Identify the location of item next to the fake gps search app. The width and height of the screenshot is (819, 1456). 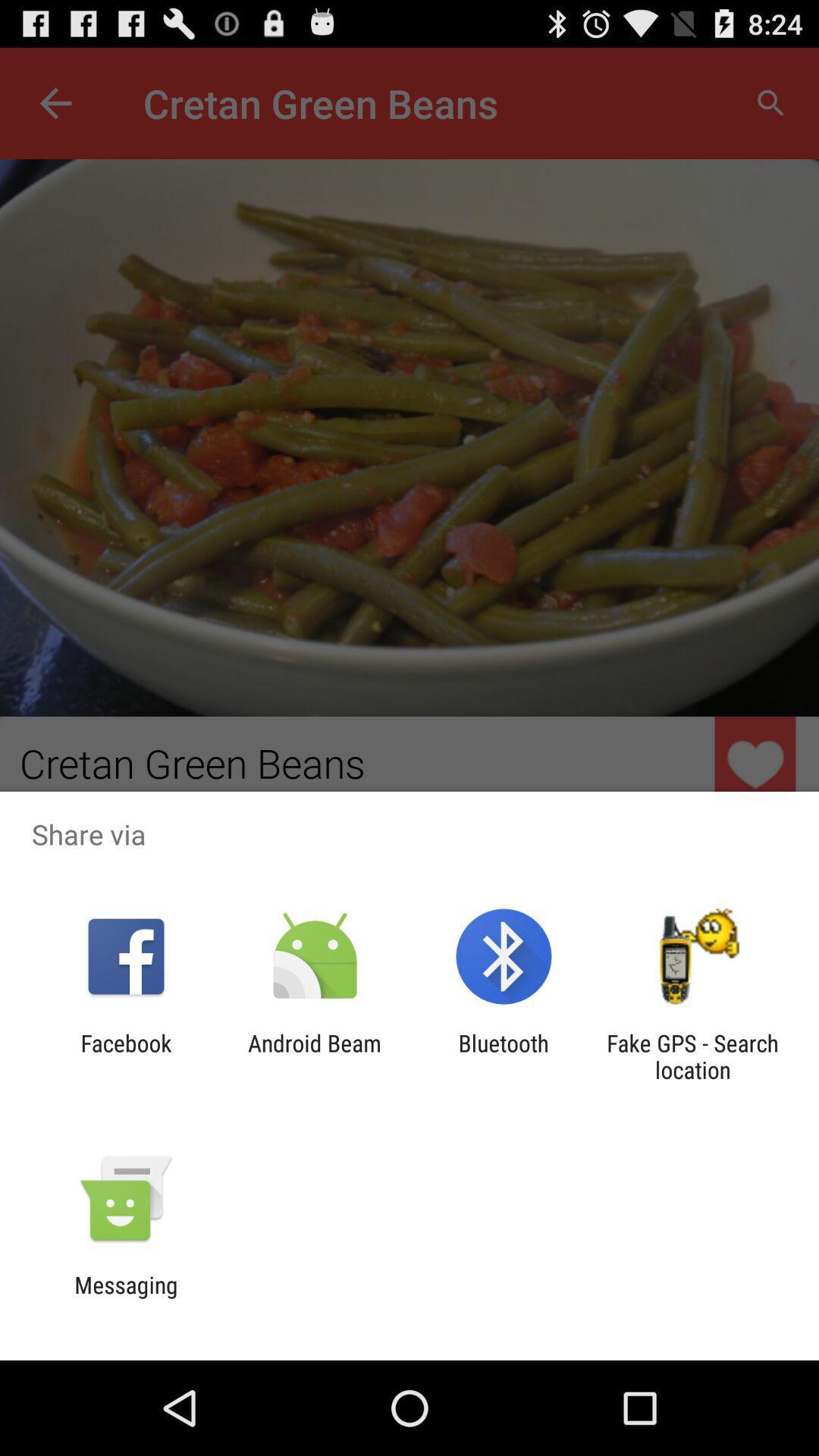
(504, 1056).